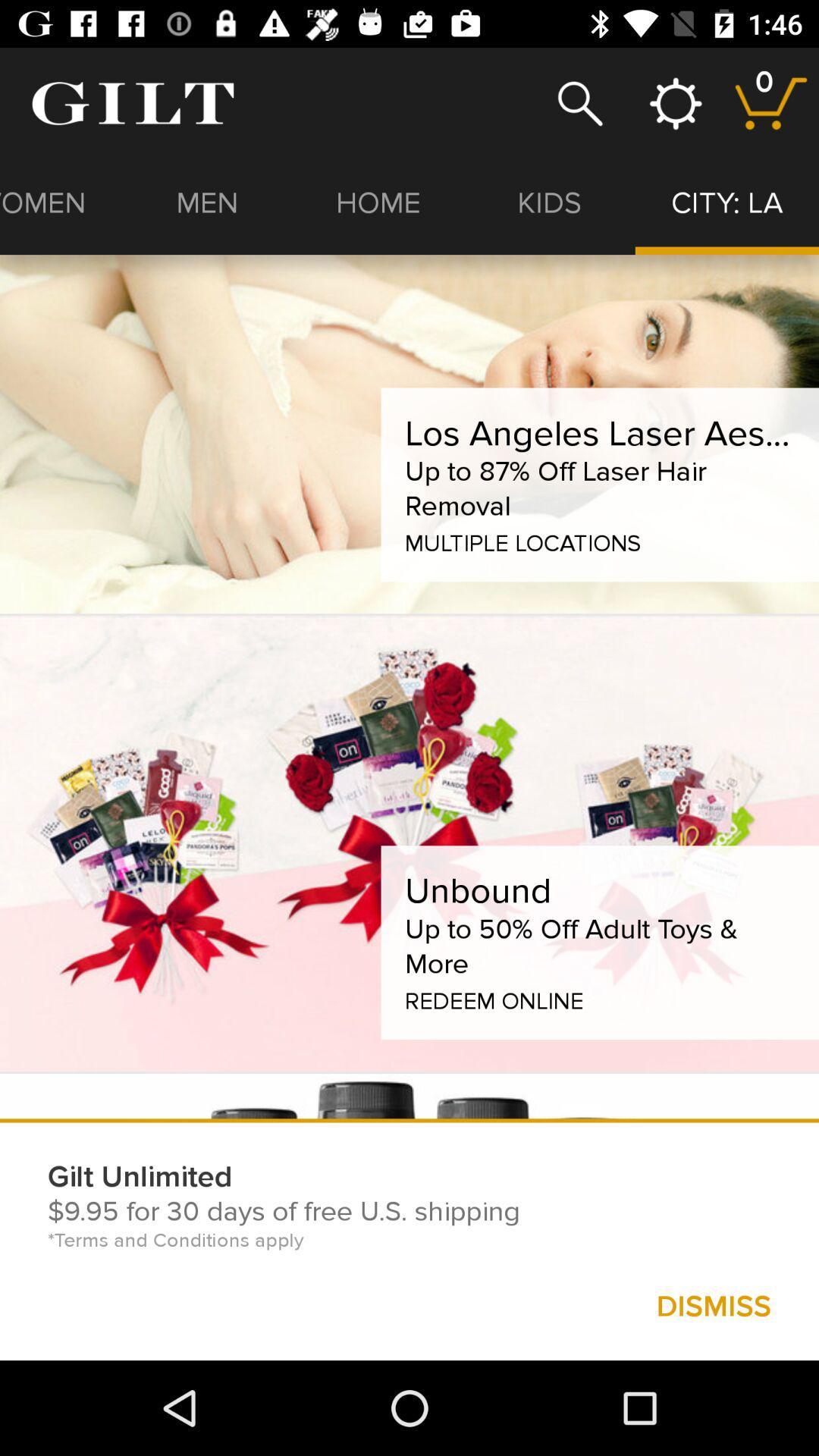  I want to click on the redeem online, so click(494, 998).